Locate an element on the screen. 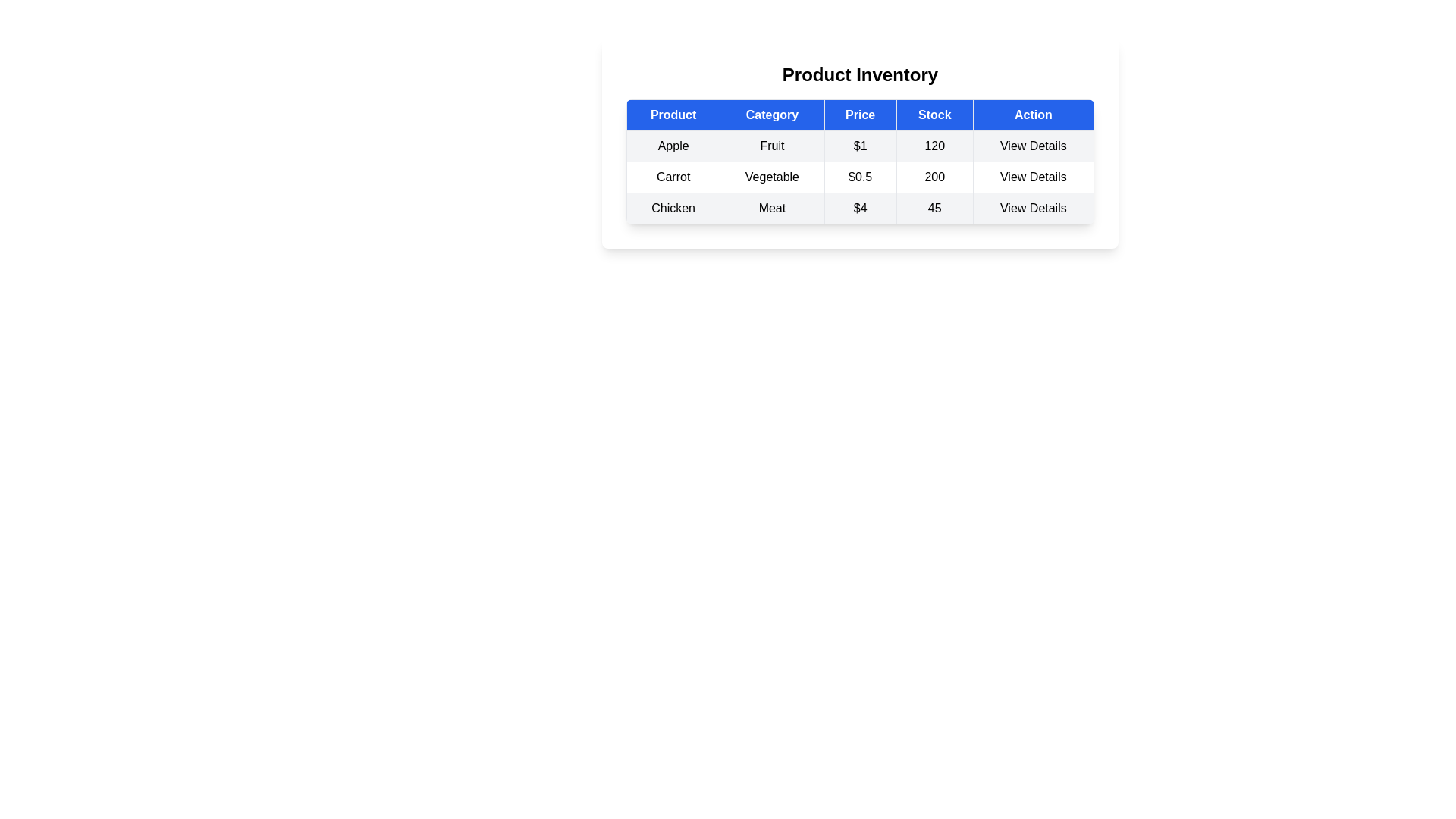 Image resolution: width=1456 pixels, height=819 pixels. the column header Category to inspect it is located at coordinates (772, 114).